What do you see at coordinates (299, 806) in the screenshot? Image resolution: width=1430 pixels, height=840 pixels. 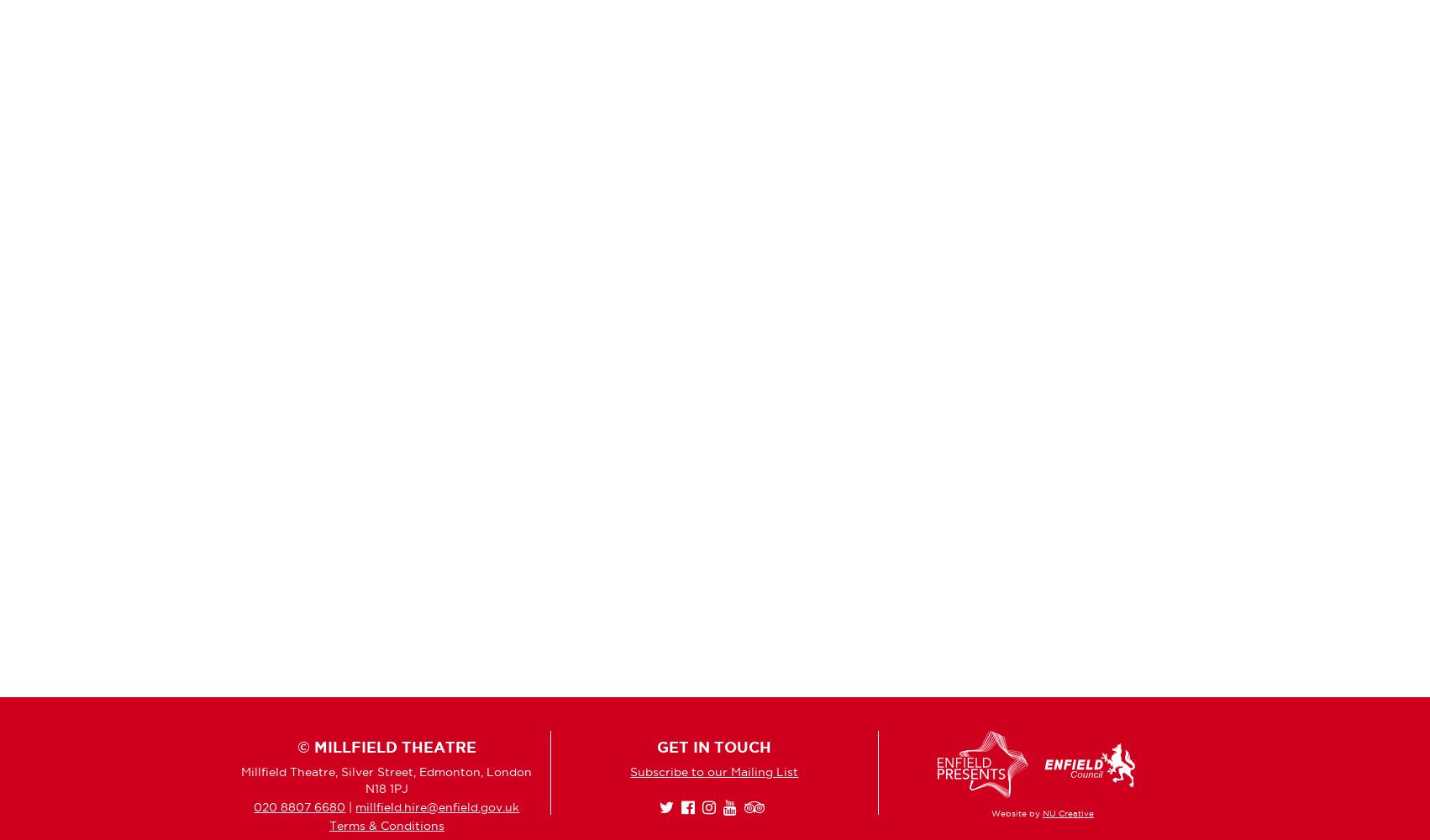 I see `'020 8807 6680'` at bounding box center [299, 806].